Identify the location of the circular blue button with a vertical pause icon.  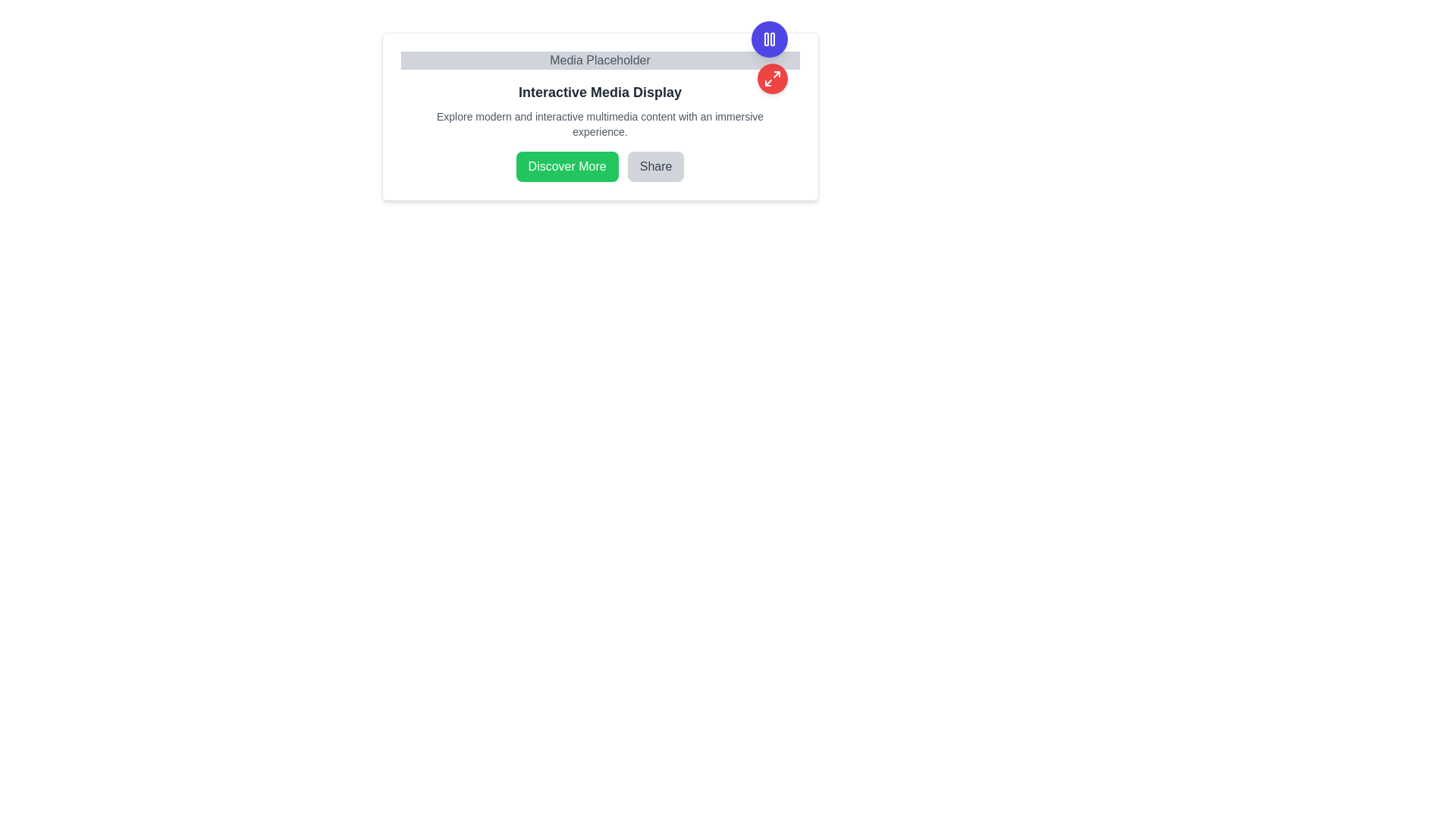
(769, 38).